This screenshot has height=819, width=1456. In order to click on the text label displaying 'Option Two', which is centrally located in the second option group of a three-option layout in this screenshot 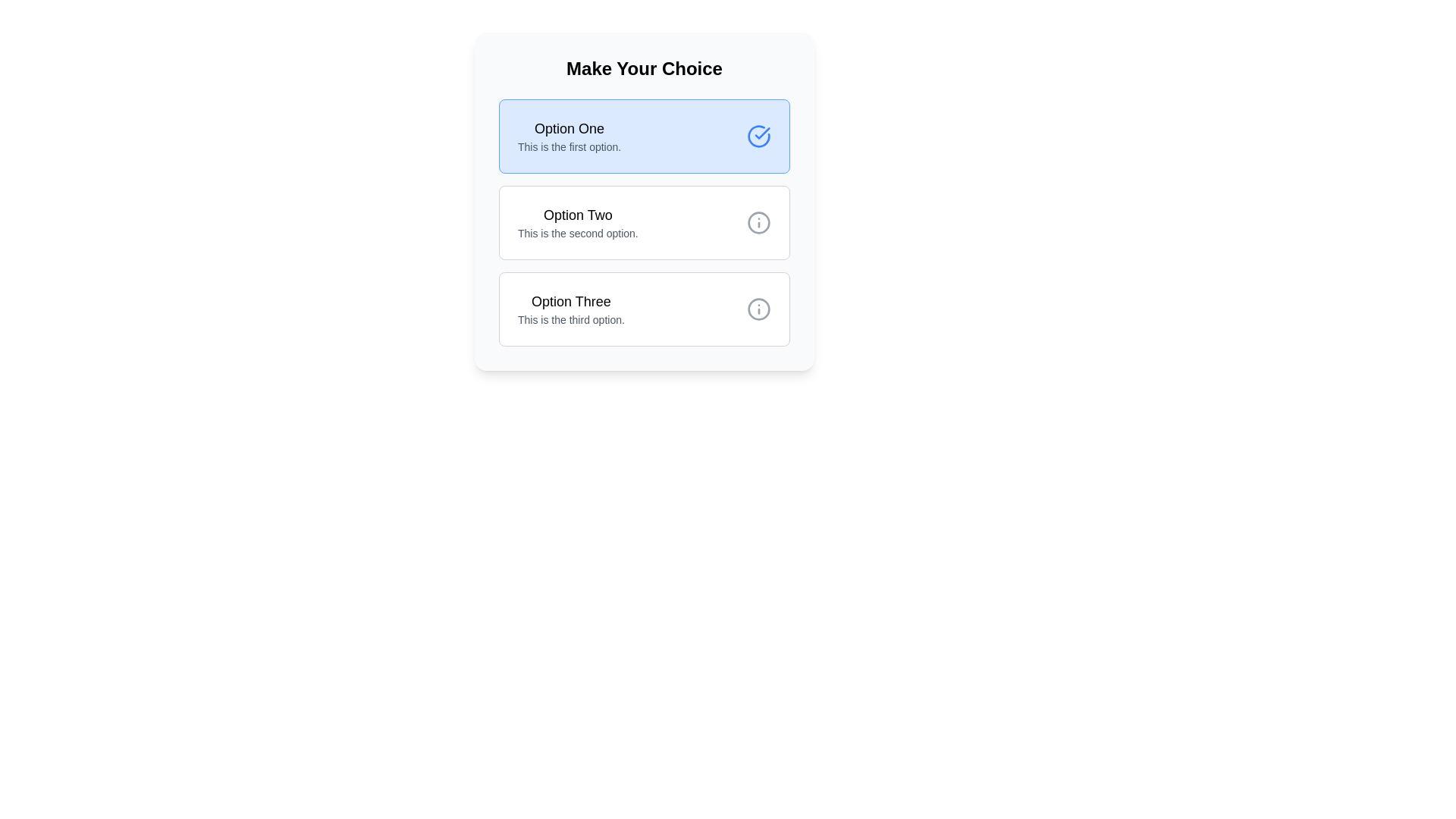, I will do `click(577, 215)`.